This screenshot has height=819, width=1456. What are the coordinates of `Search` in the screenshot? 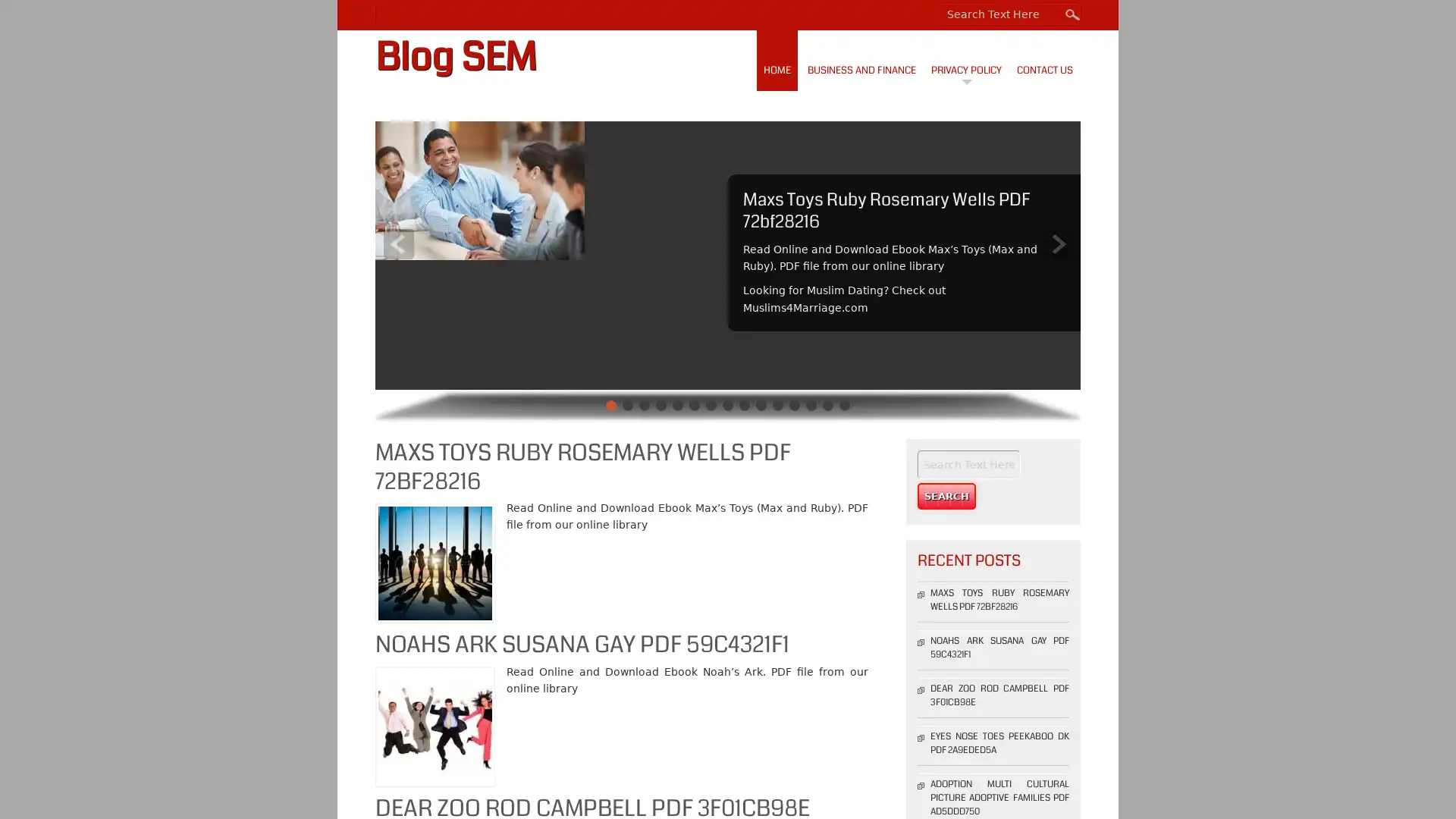 It's located at (946, 496).